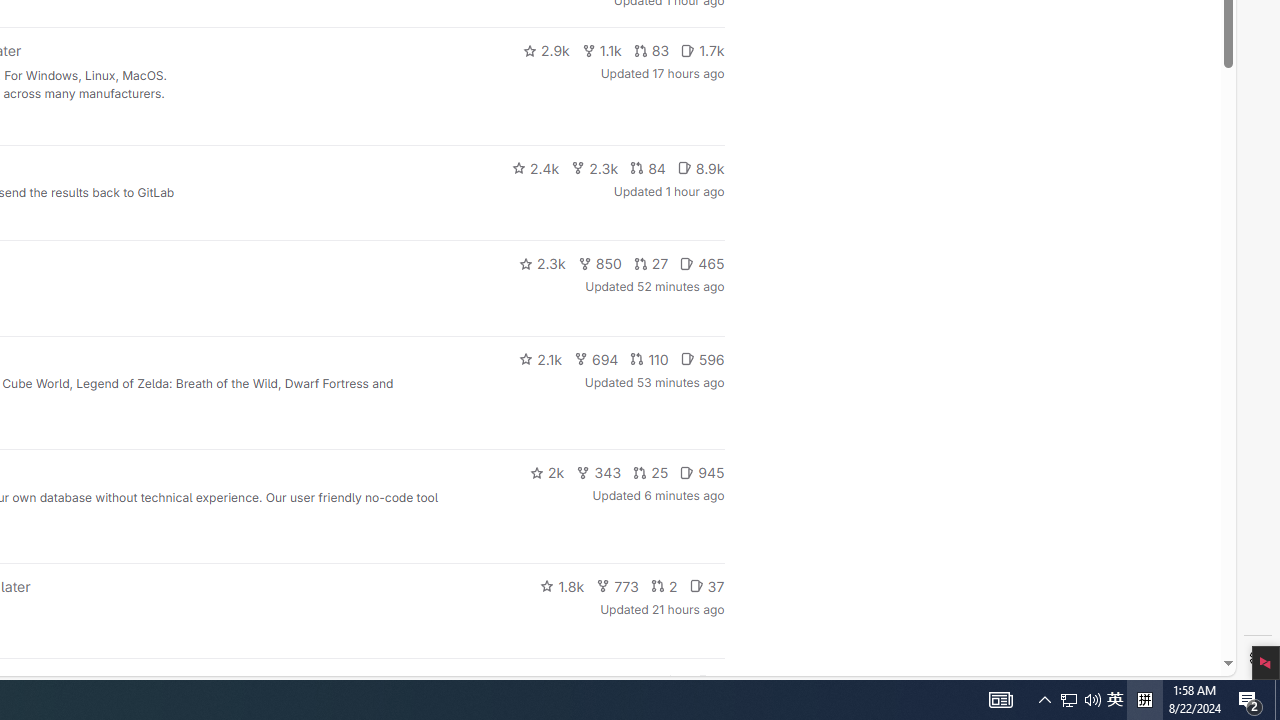  Describe the element at coordinates (540, 357) in the screenshot. I see `'2.1k'` at that location.